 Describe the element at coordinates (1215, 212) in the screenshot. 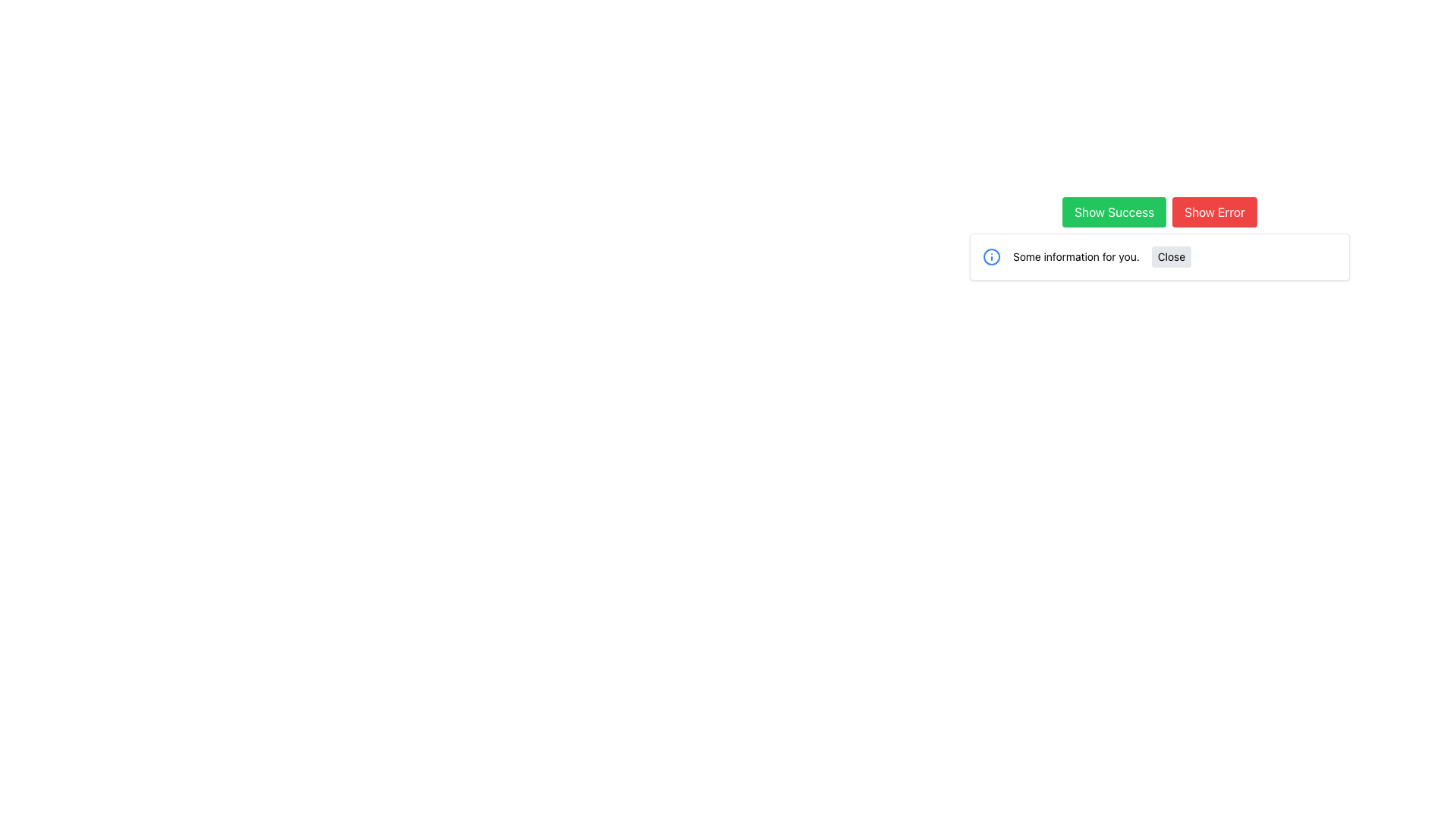

I see `the second button from the left in the horizontal group` at that location.